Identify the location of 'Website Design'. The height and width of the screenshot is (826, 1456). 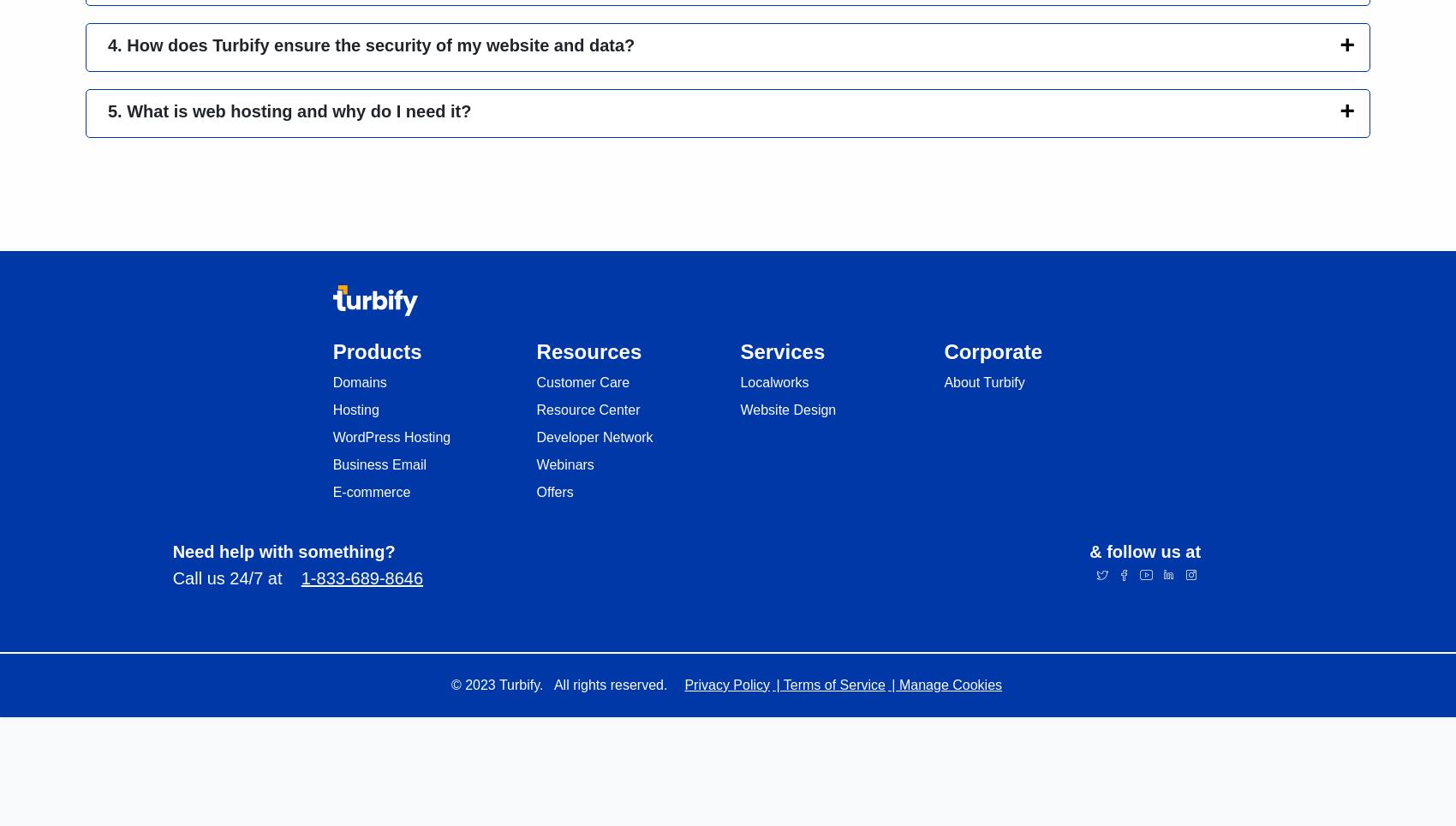
(788, 409).